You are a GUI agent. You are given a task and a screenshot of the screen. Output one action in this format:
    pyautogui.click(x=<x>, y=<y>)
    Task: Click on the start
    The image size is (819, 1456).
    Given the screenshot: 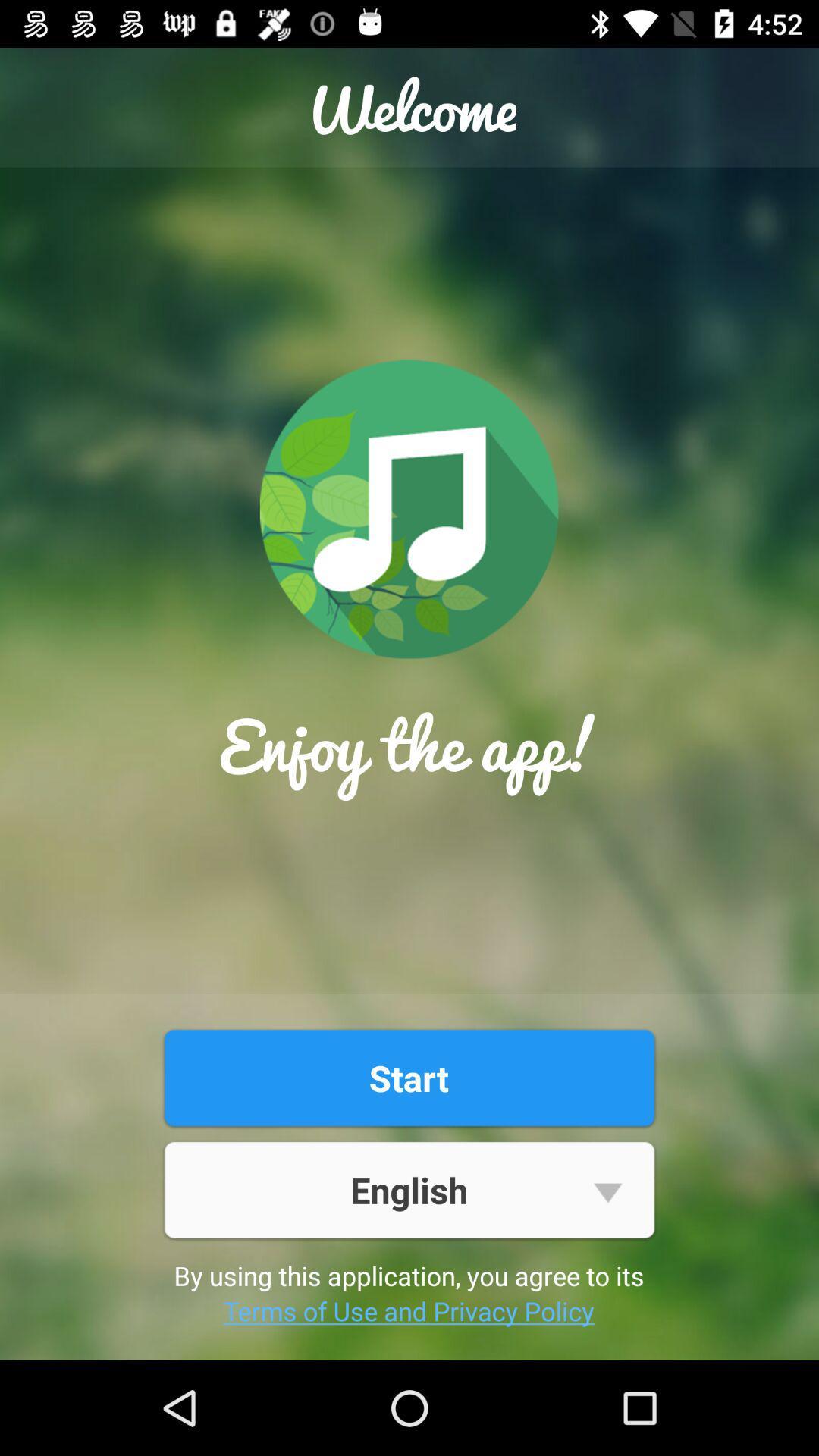 What is the action you would take?
    pyautogui.click(x=408, y=1077)
    